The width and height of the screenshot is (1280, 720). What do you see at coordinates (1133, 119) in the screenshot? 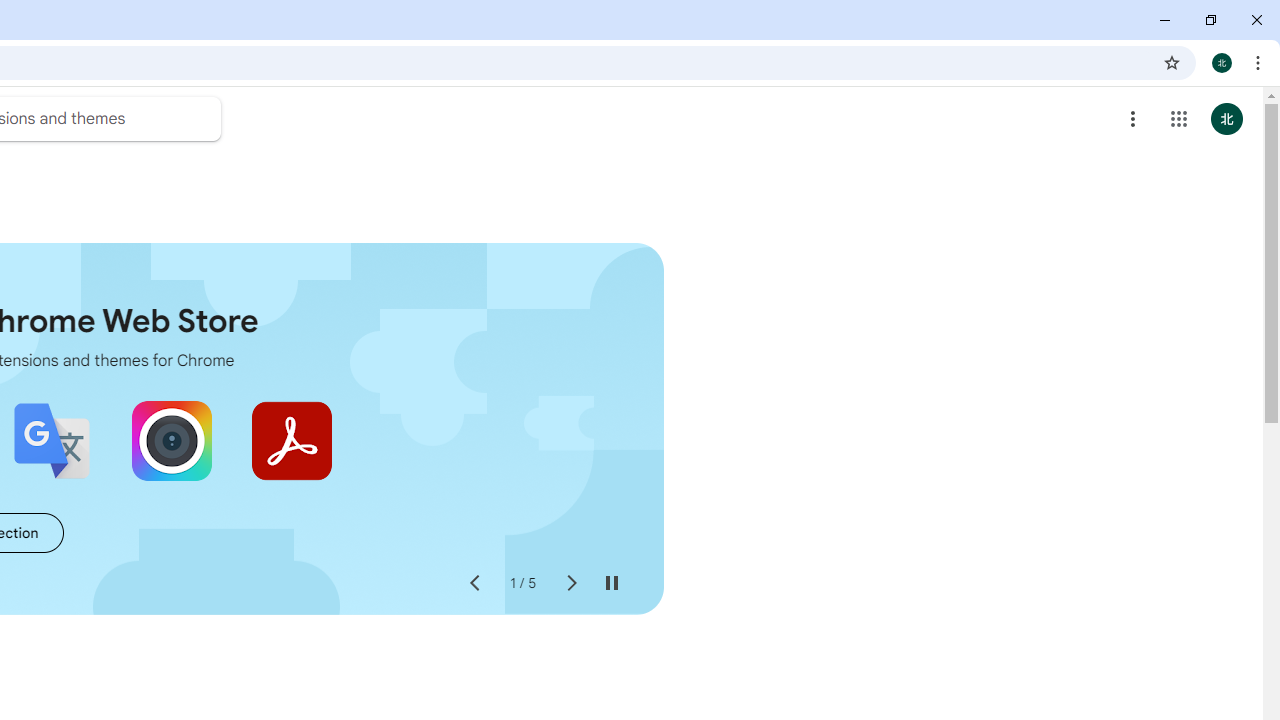
I see `'More options menu'` at bounding box center [1133, 119].